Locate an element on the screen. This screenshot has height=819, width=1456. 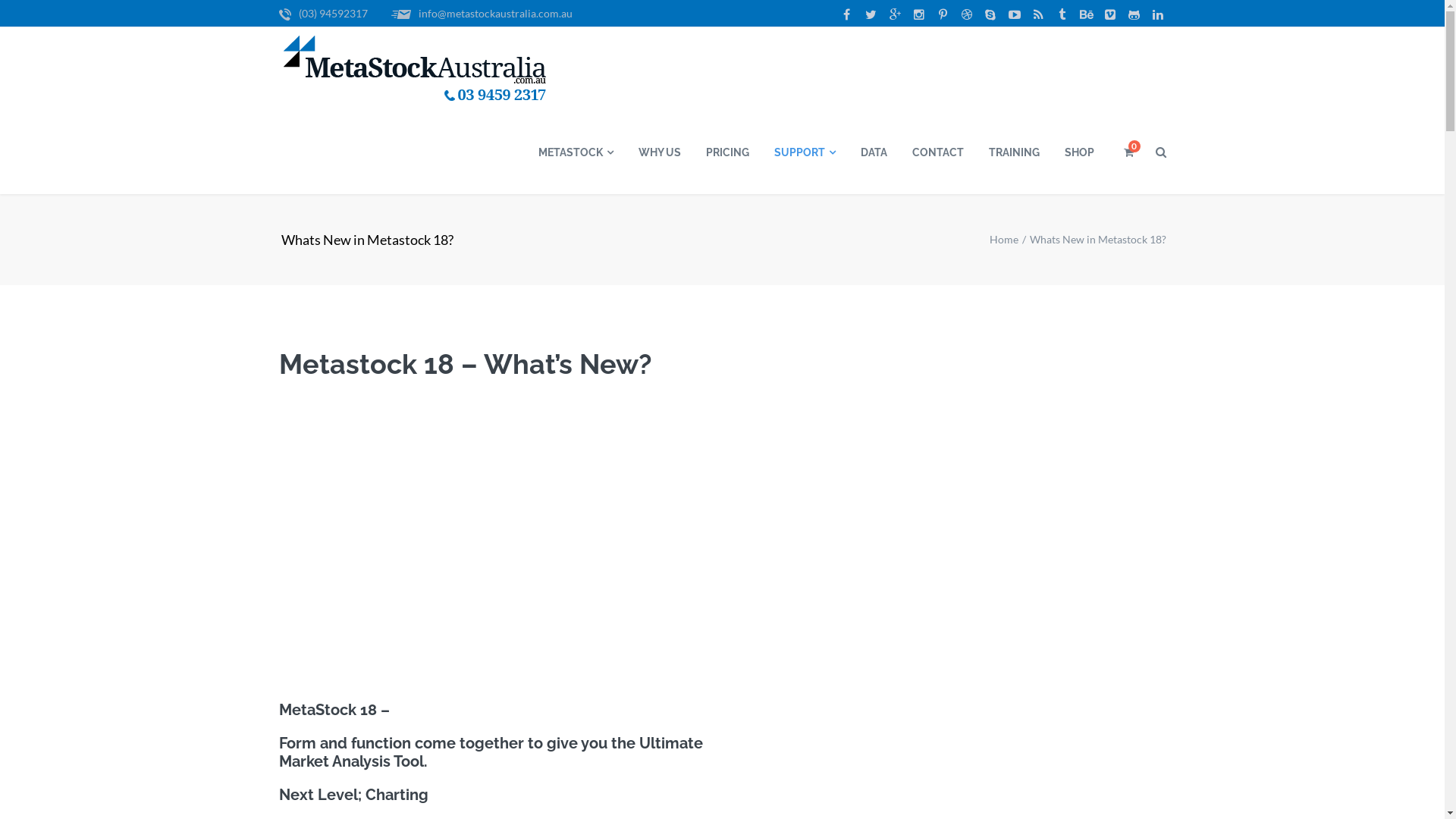
'SHOP' is located at coordinates (1050, 152).